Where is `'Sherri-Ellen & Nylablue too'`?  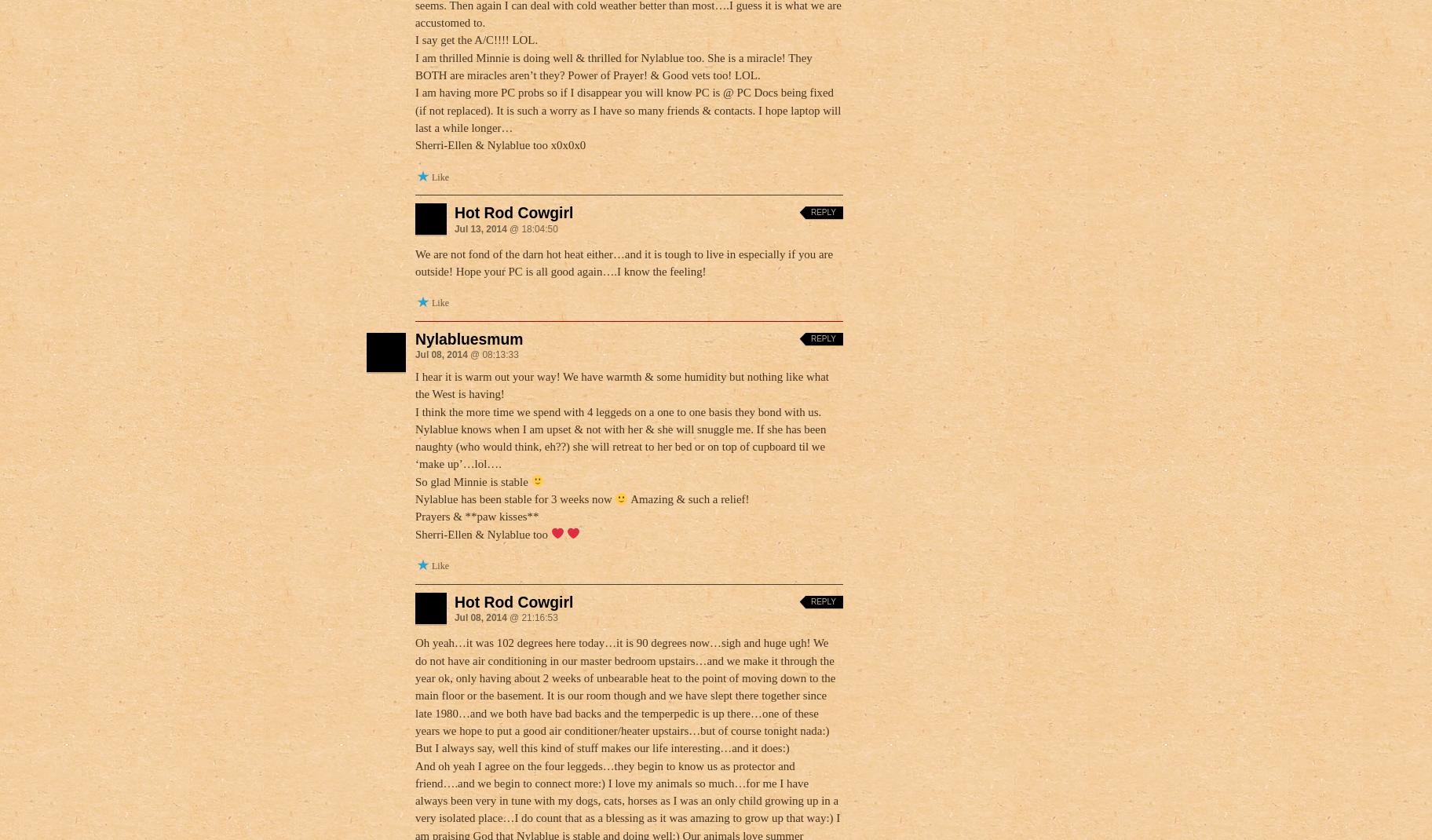
'Sherri-Ellen & Nylablue too' is located at coordinates (482, 533).